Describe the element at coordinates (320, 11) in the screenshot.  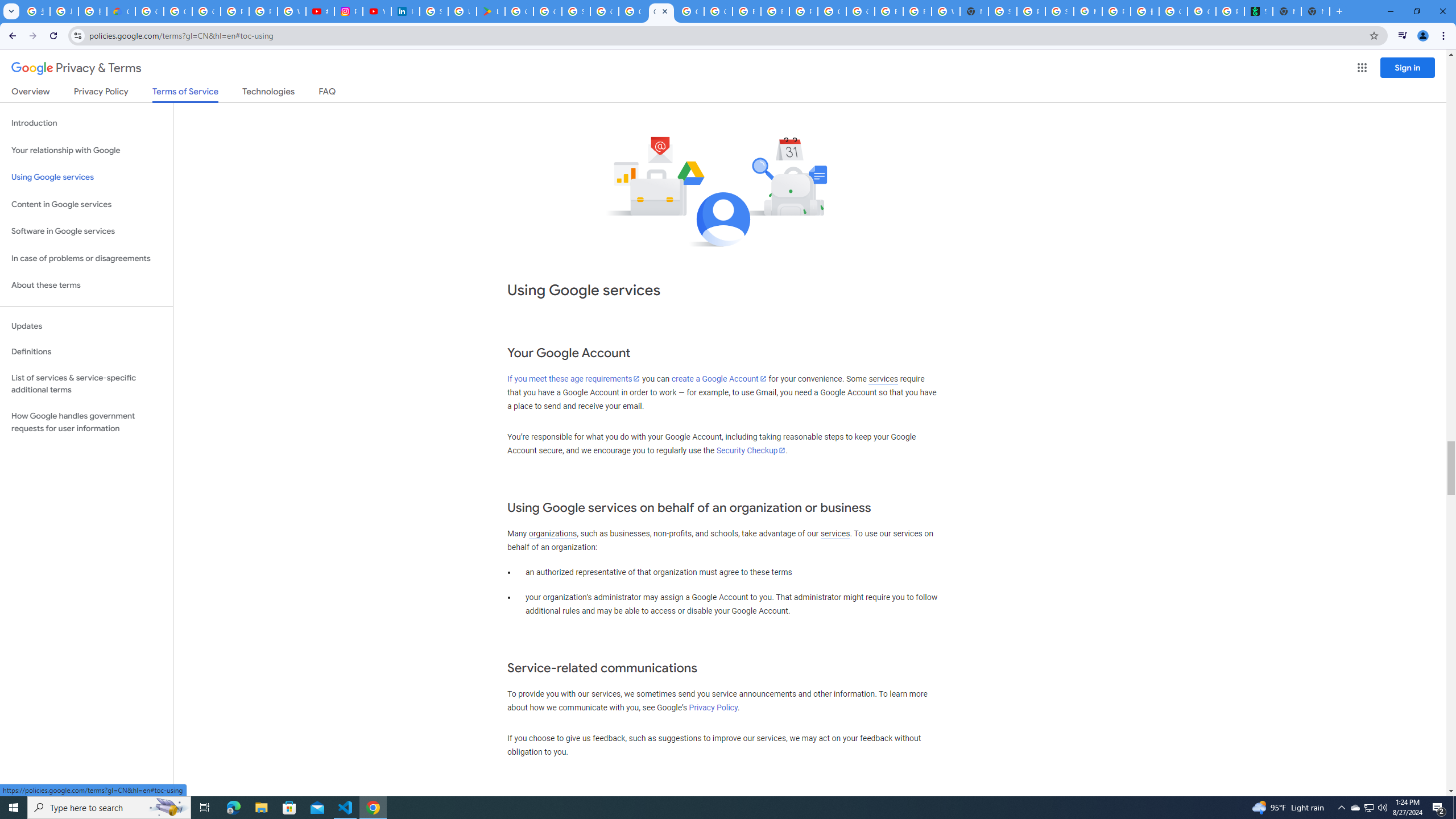
I see `'#nbabasketballhighlights - YouTube'` at that location.